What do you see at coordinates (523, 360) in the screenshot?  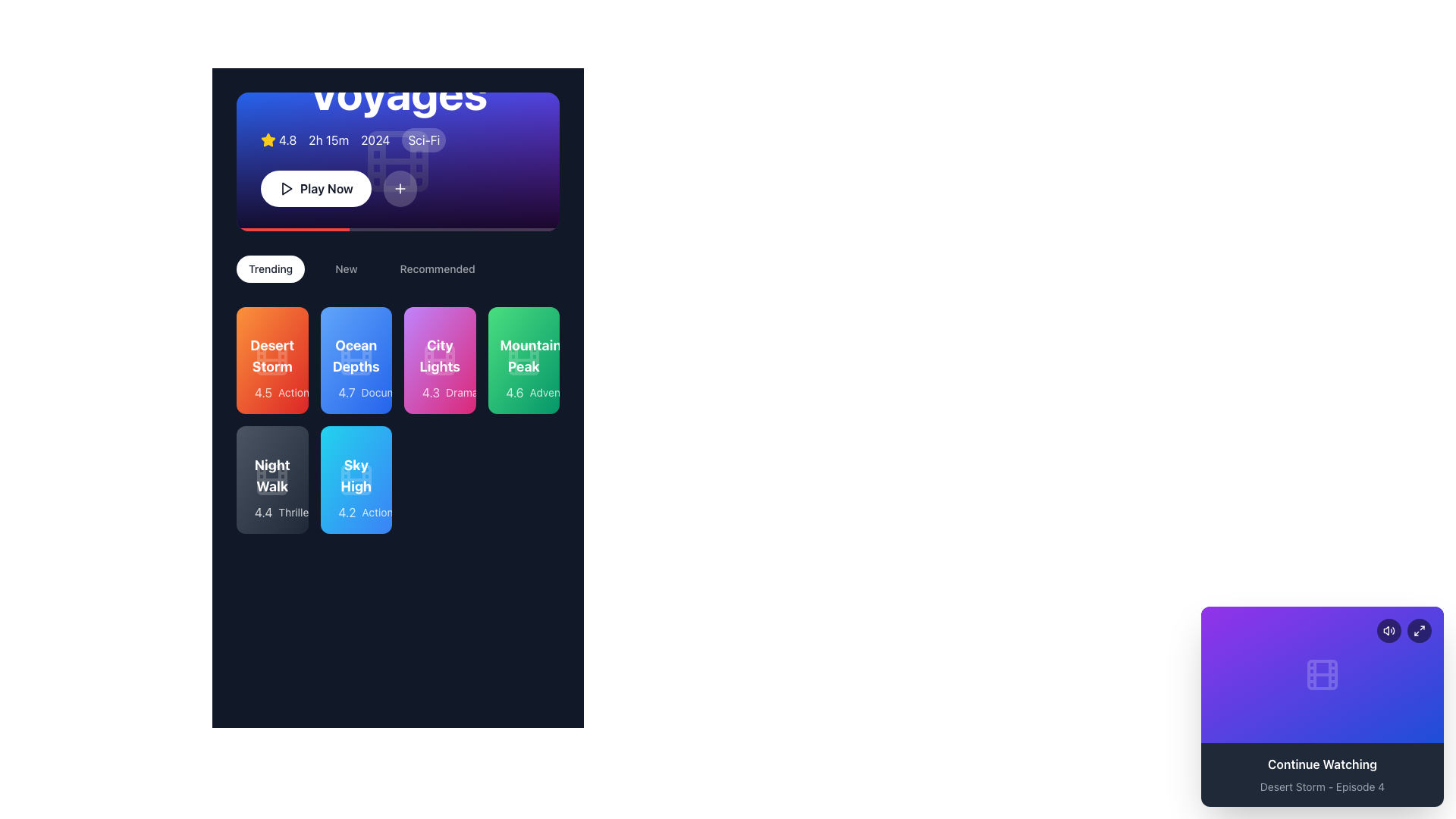 I see `the film/video content icon located on the green card, which is the fourth item in the first row of content cards under the 'Trending' tab` at bounding box center [523, 360].